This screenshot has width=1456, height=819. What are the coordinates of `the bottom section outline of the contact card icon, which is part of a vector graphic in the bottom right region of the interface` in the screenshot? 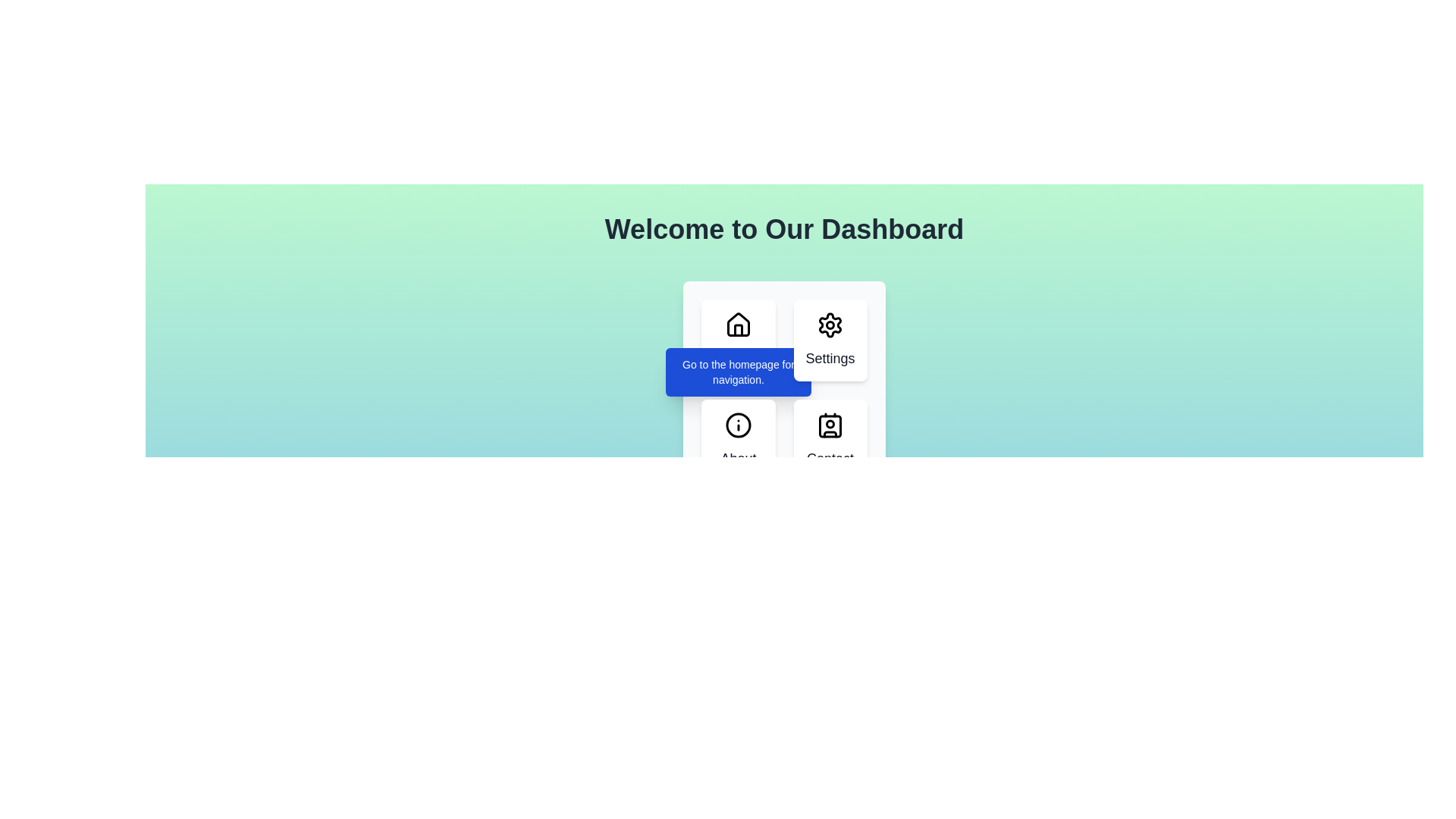 It's located at (829, 435).